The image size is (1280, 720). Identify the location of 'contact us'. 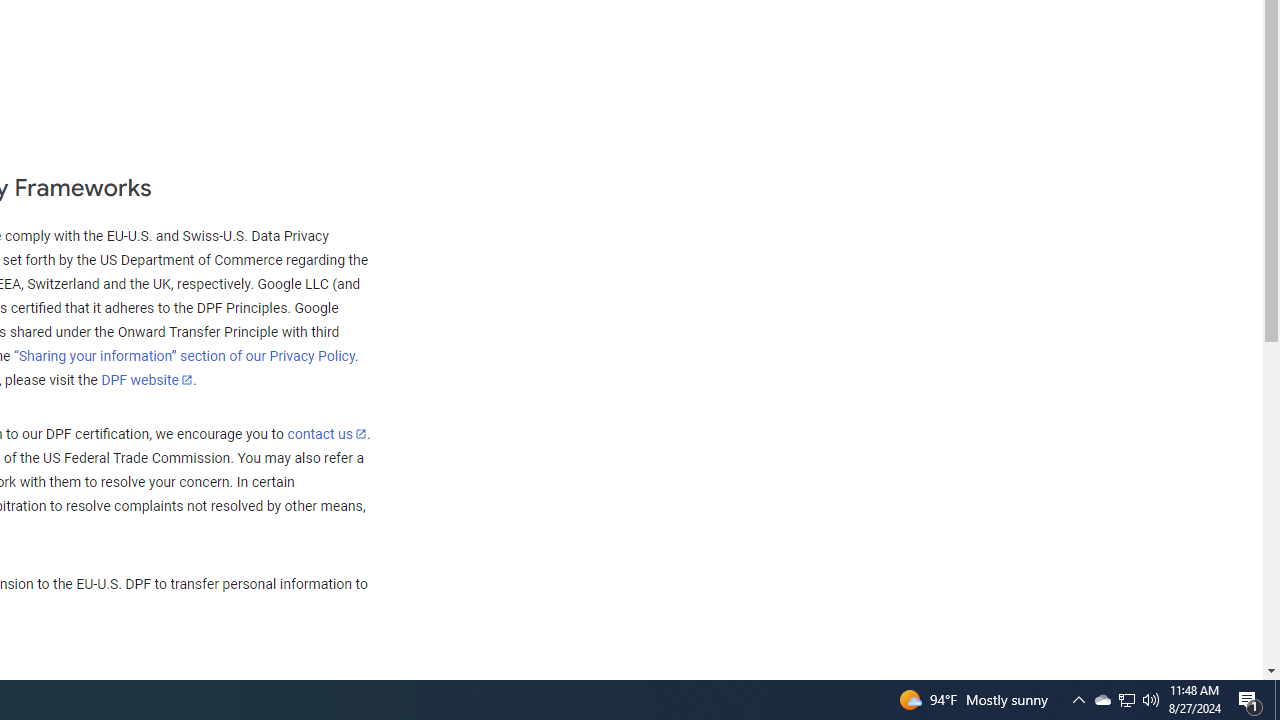
(327, 432).